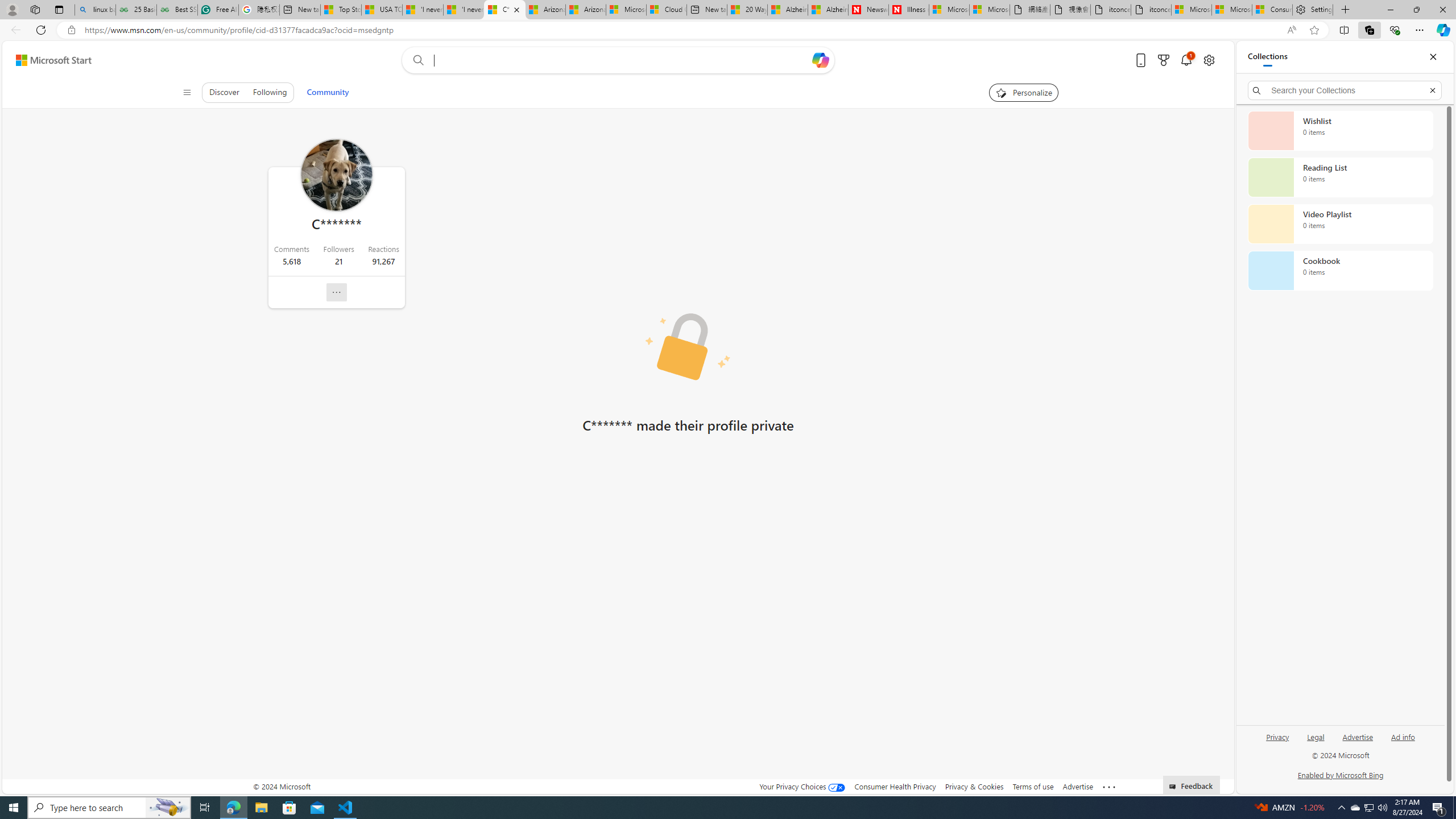 This screenshot has width=1456, height=819. What do you see at coordinates (666, 9) in the screenshot?
I see `'Cloud Computing Services | Microsoft Azure'` at bounding box center [666, 9].